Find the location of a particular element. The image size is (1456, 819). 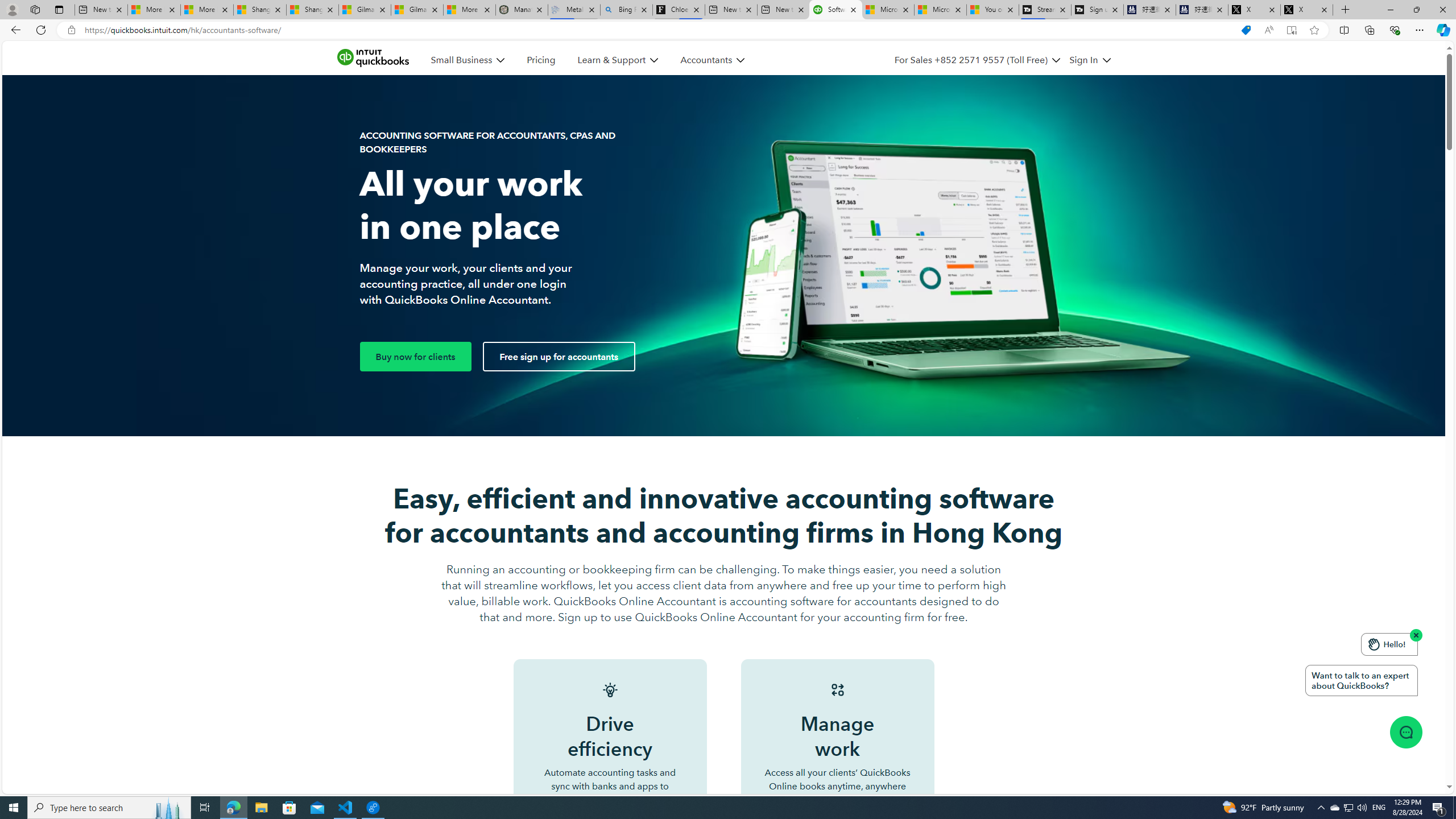

'For Sales +852 2571 9557 (Toll Free)' is located at coordinates (971, 60).